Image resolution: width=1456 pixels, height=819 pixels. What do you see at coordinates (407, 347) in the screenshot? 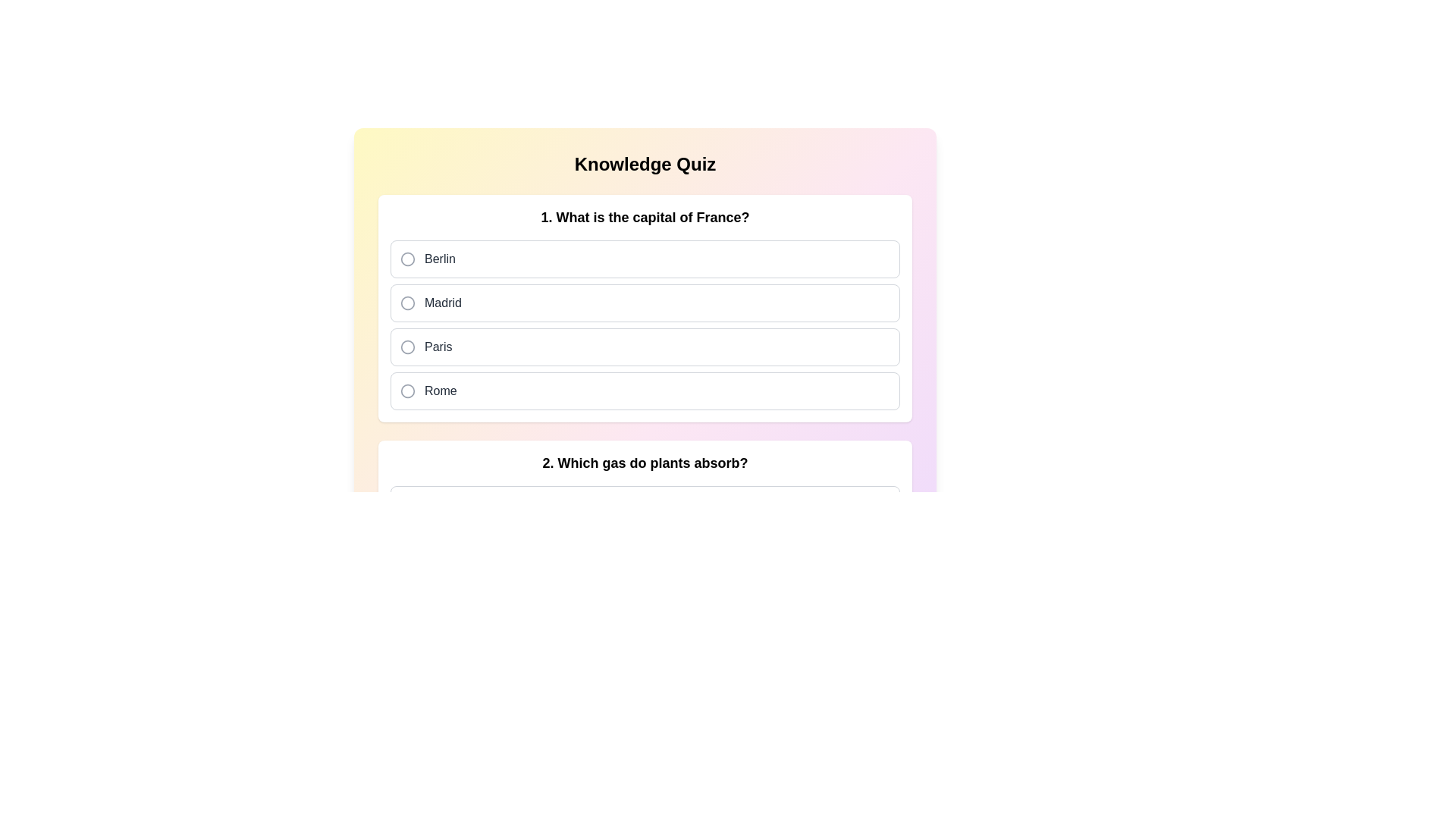
I see `the radio button indicator for the answer option 'Paris' which indicates that this option is currently selected` at bounding box center [407, 347].